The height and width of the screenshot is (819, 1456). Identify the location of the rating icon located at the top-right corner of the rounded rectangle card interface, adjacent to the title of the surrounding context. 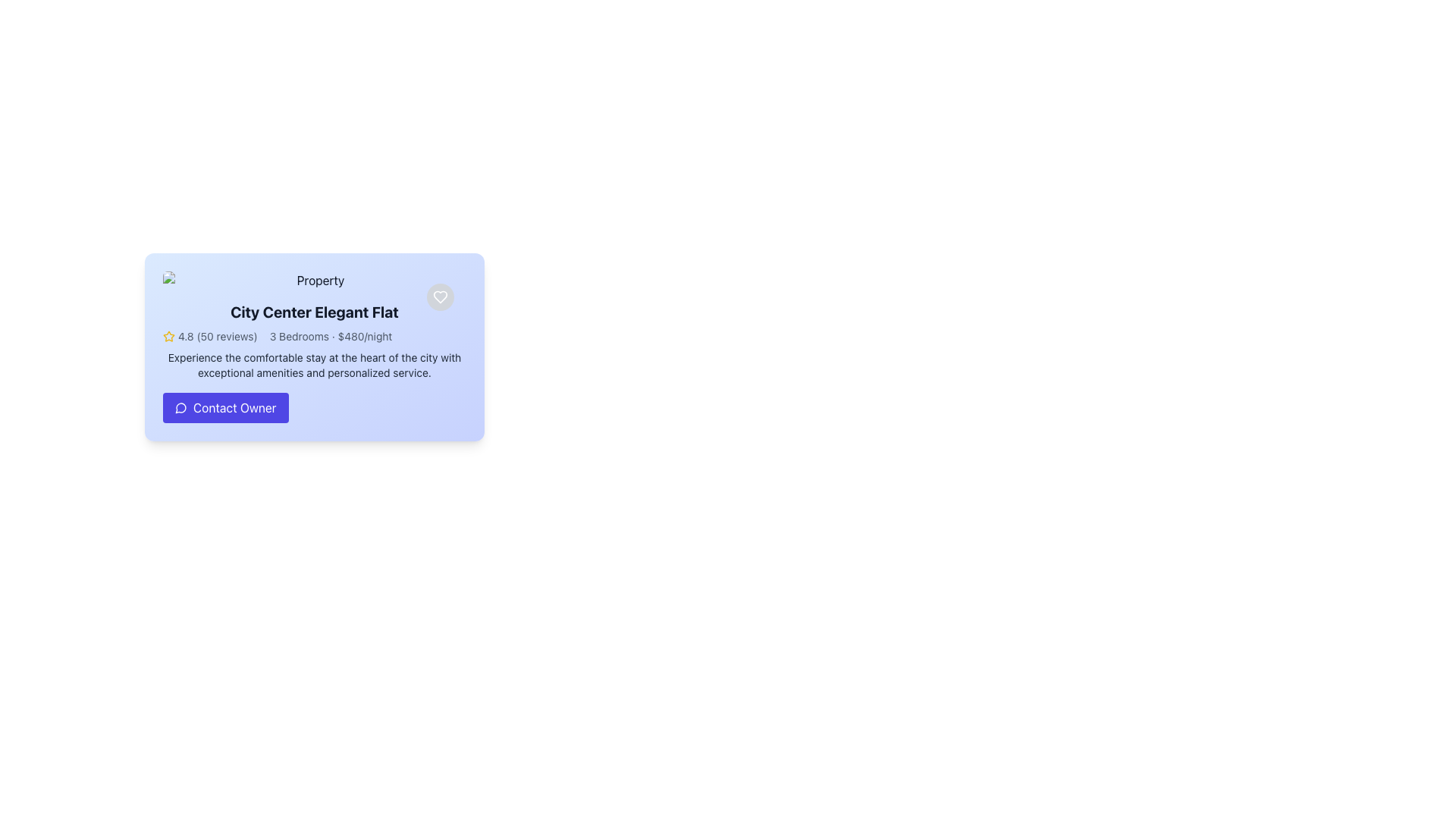
(168, 335).